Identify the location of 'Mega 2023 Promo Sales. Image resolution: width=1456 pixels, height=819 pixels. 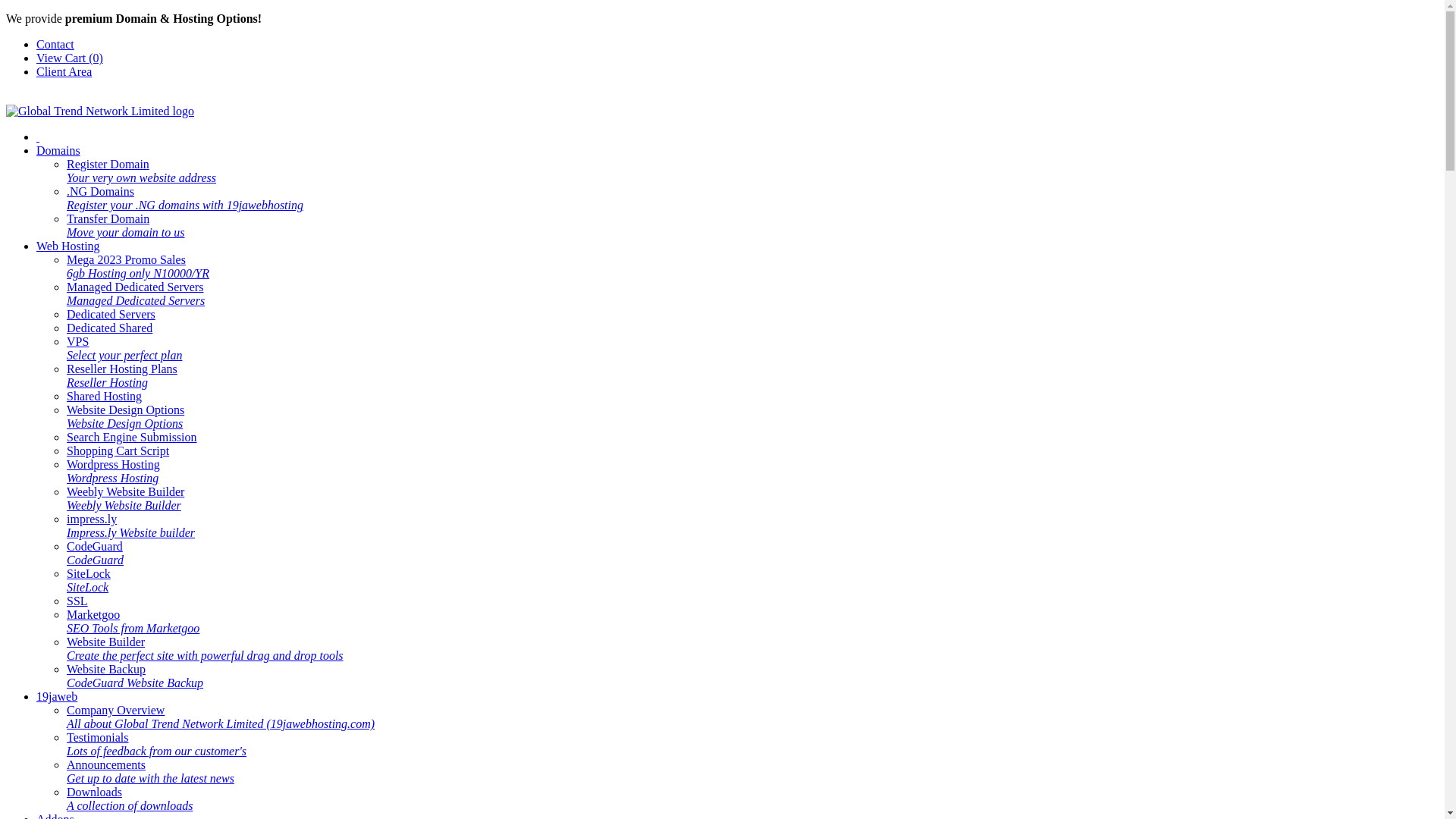
(138, 265).